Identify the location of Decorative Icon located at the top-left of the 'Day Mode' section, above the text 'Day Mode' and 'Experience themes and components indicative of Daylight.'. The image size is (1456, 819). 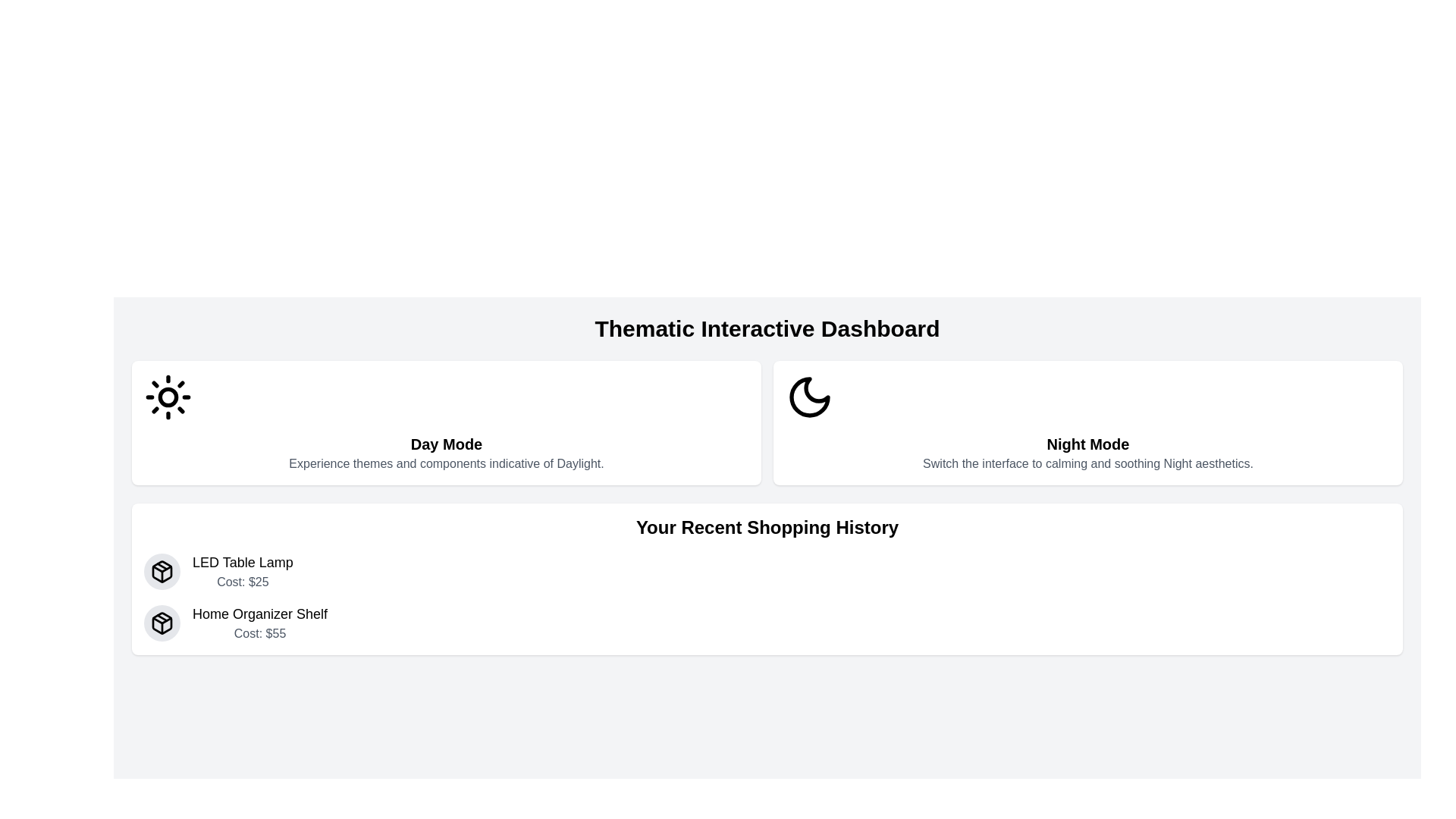
(168, 397).